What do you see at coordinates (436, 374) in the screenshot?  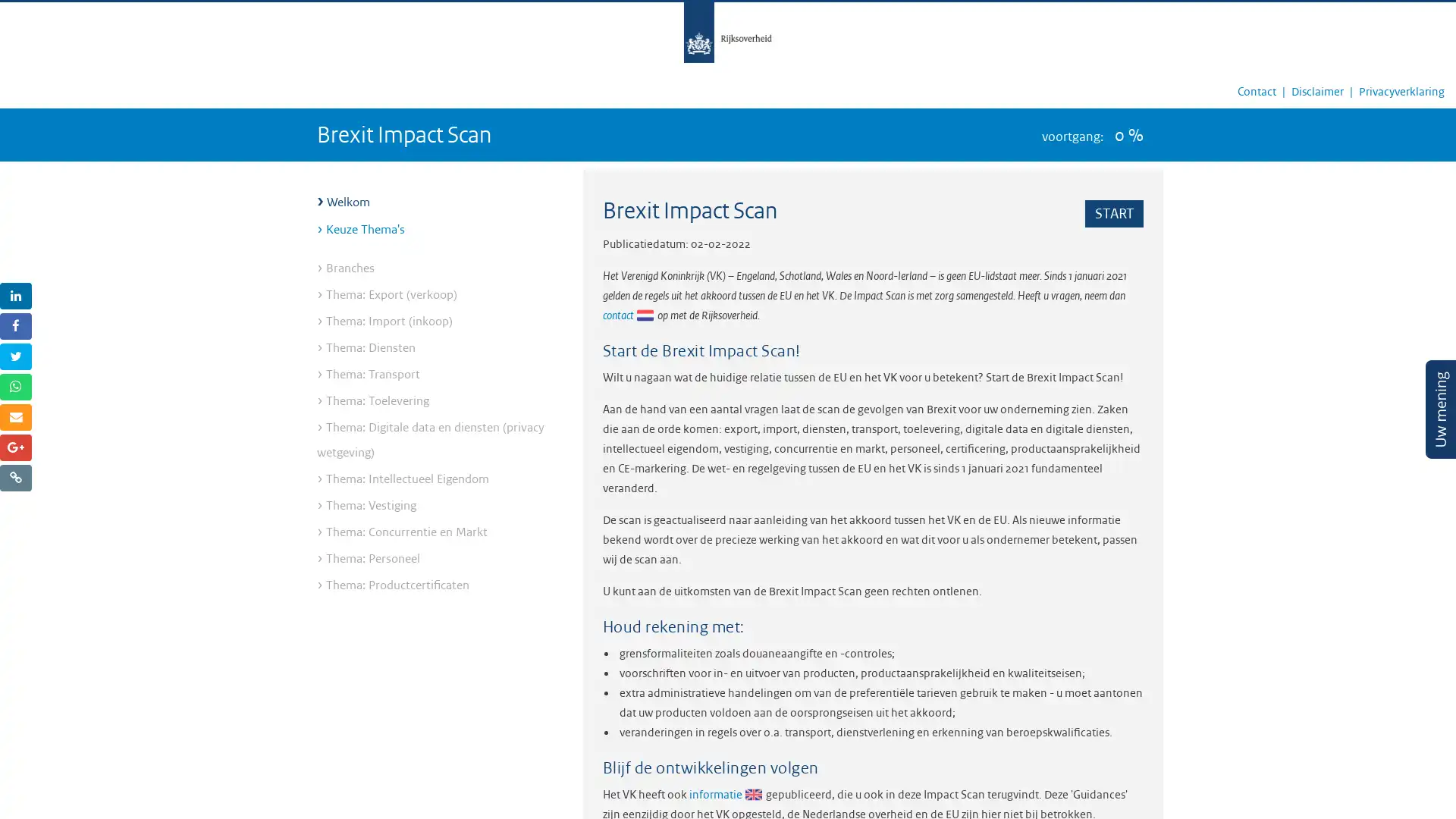 I see `Thema: Transport` at bounding box center [436, 374].